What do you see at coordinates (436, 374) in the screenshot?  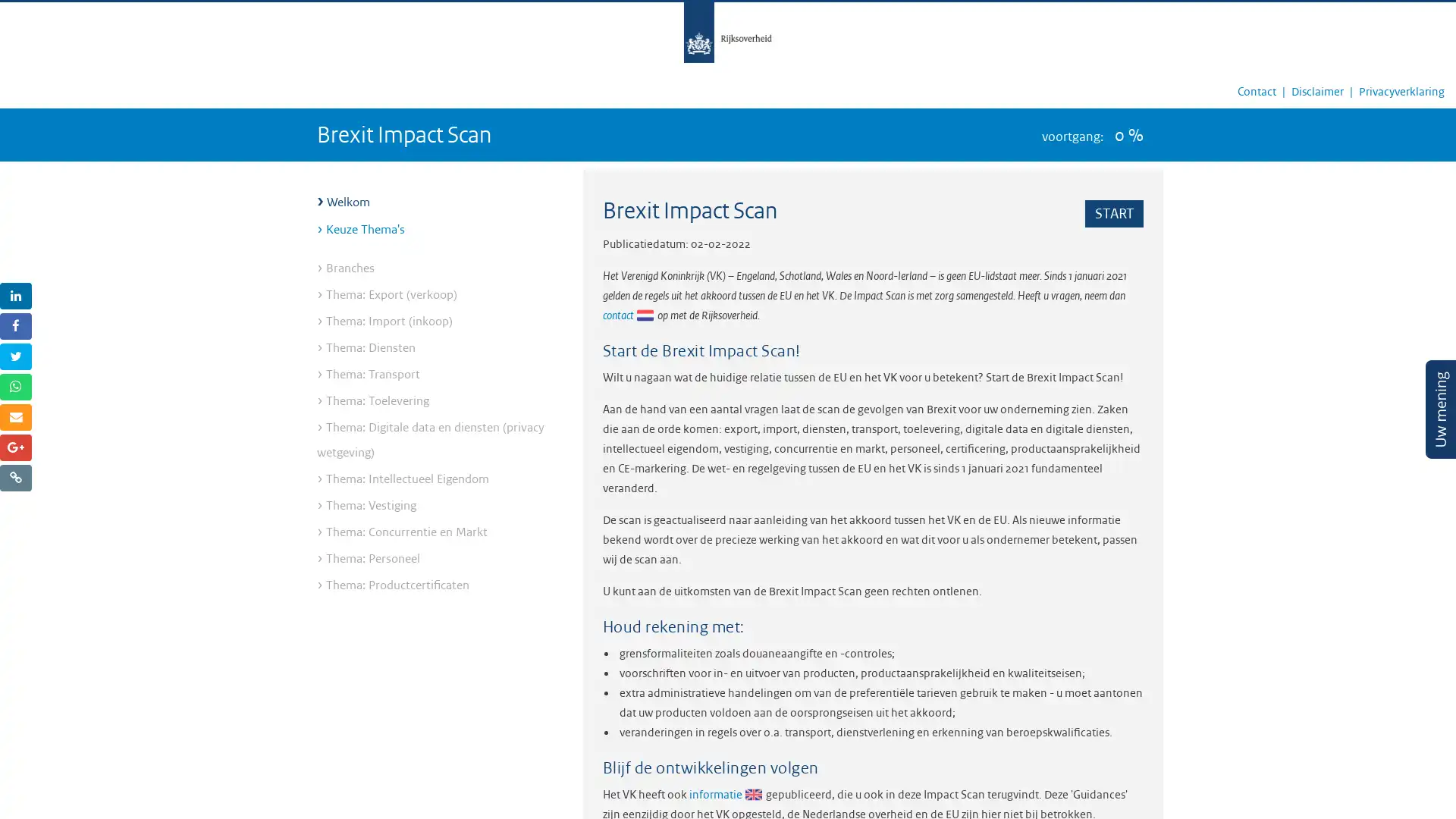 I see `Thema: Transport` at bounding box center [436, 374].